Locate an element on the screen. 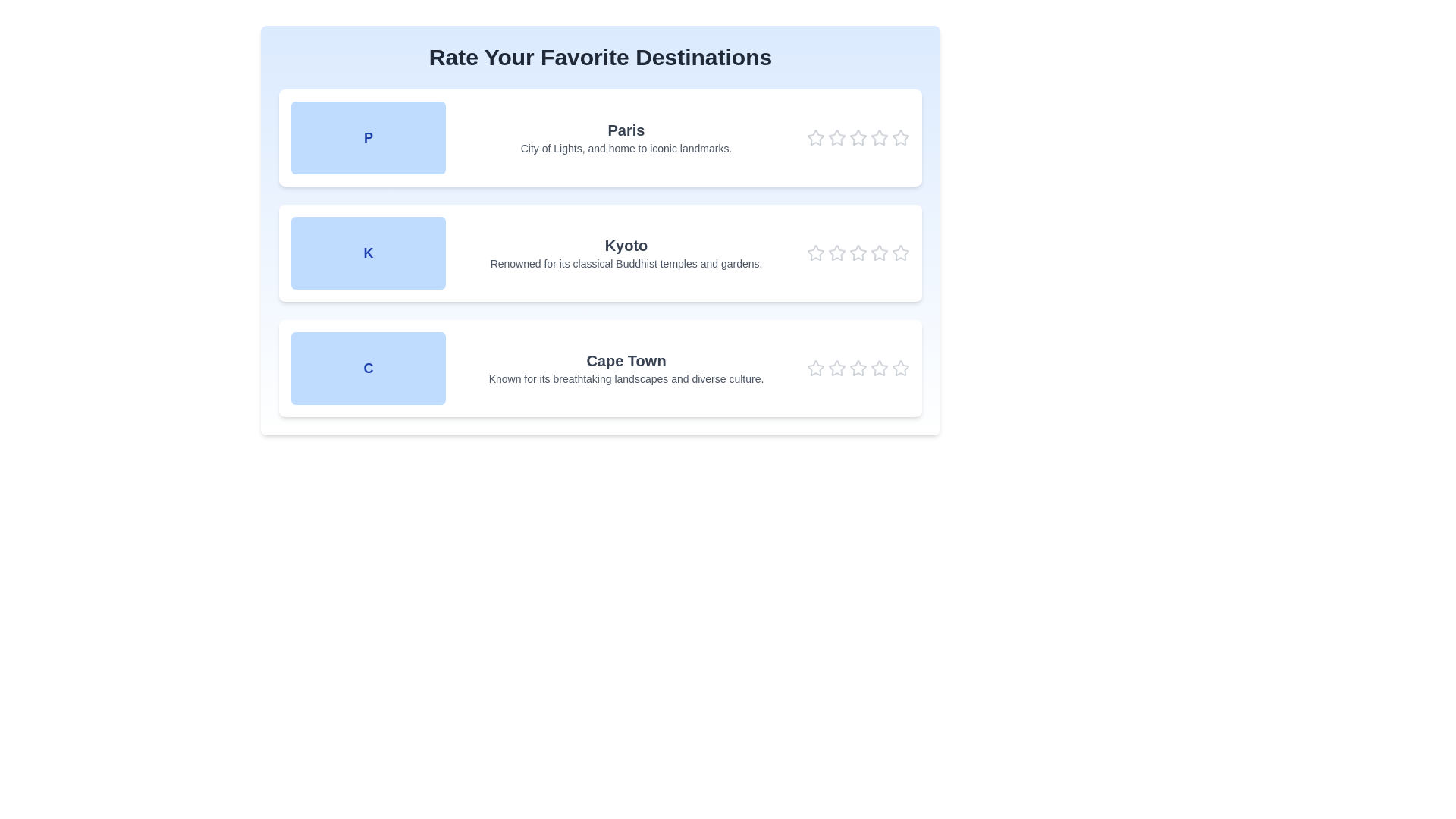 This screenshot has height=819, width=1456. the third star icon in the rating system located in the 'Cape Town' section to rate is located at coordinates (836, 369).